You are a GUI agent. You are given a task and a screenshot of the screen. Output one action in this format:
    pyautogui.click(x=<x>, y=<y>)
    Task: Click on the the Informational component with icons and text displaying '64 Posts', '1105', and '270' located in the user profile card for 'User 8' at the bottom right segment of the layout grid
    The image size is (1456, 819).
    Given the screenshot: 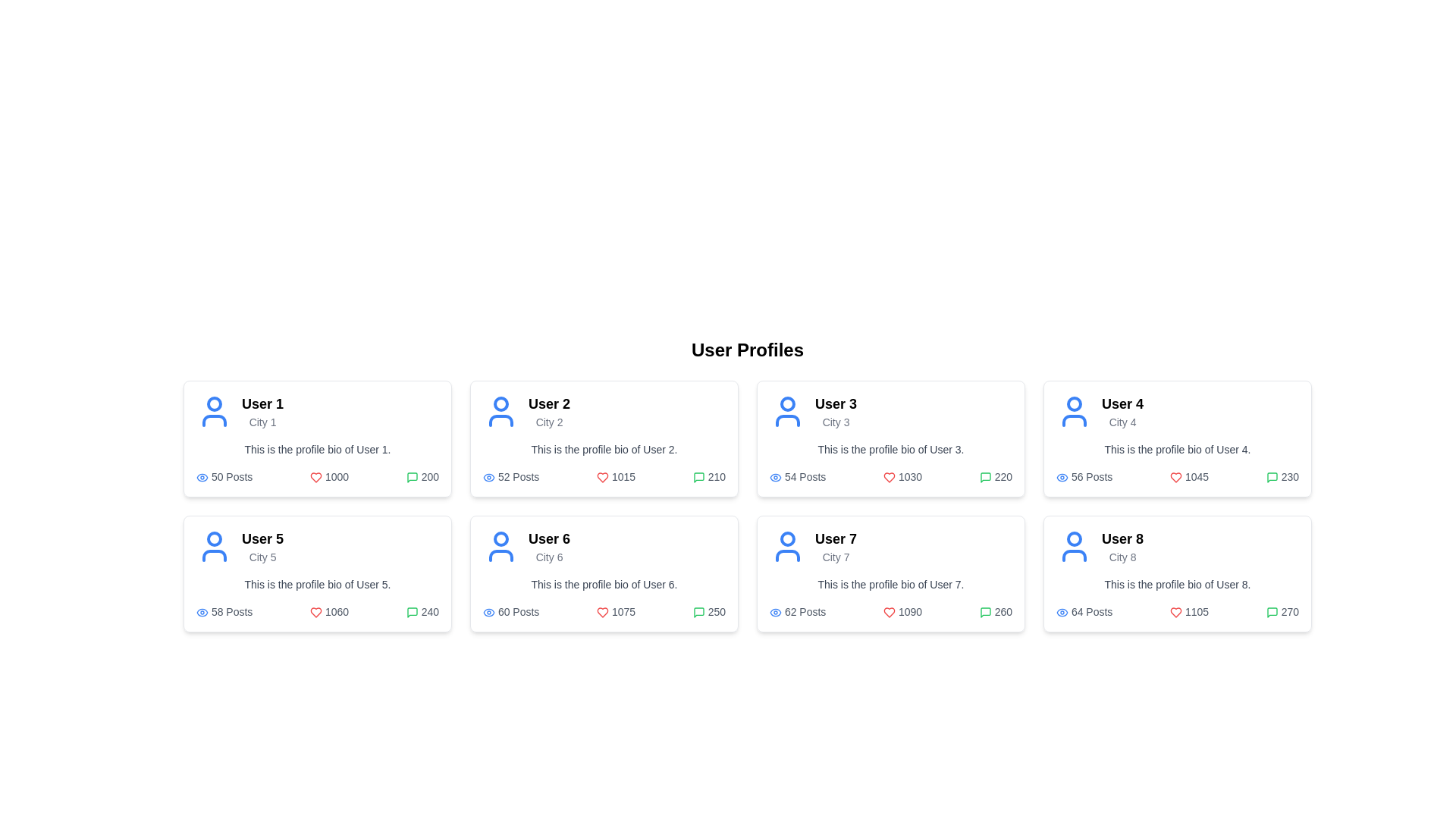 What is the action you would take?
    pyautogui.click(x=1177, y=610)
    